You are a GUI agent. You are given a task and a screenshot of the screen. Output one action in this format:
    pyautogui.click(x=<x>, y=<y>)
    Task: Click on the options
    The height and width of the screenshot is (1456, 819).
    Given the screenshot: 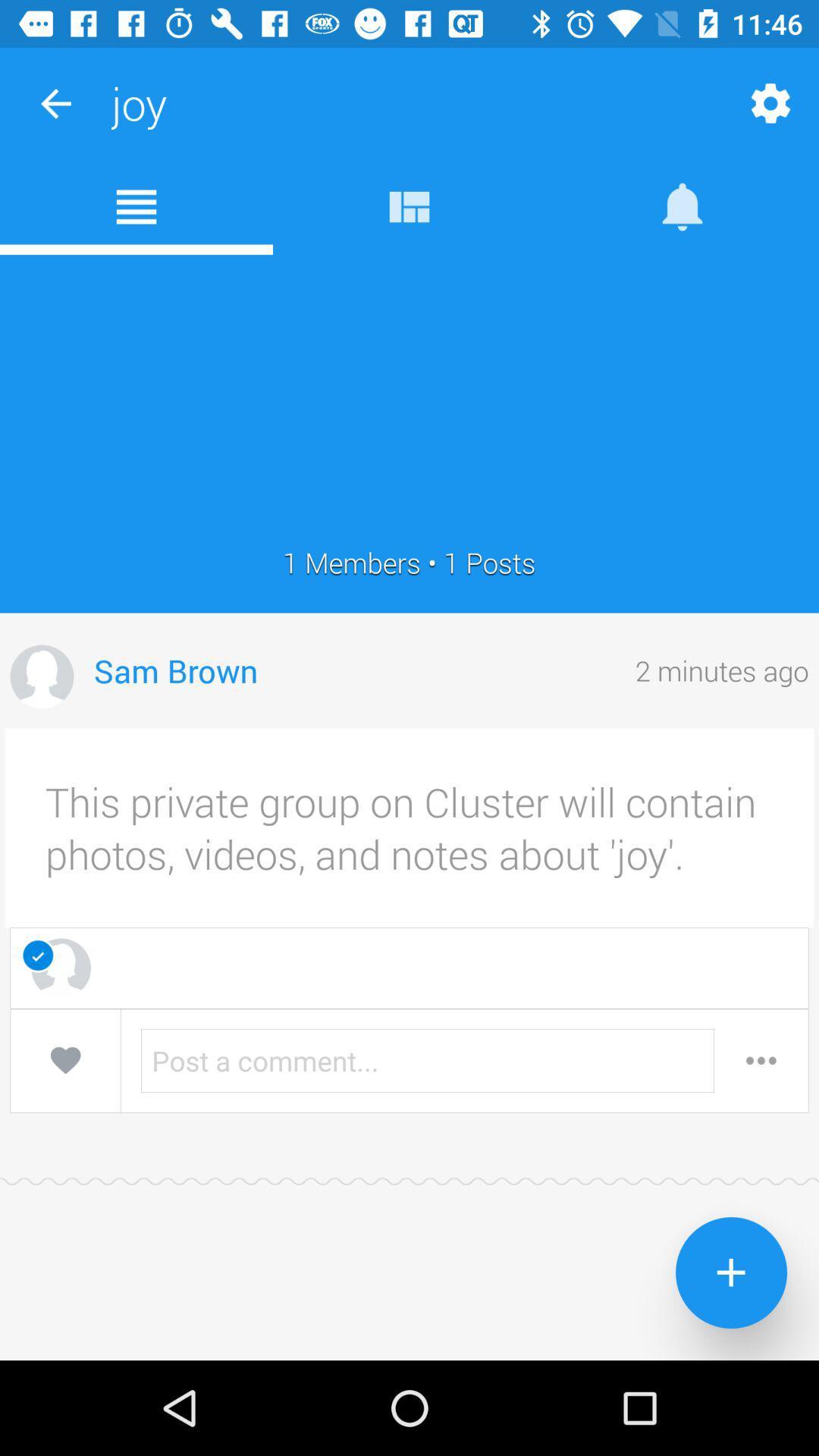 What is the action you would take?
    pyautogui.click(x=761, y=1059)
    